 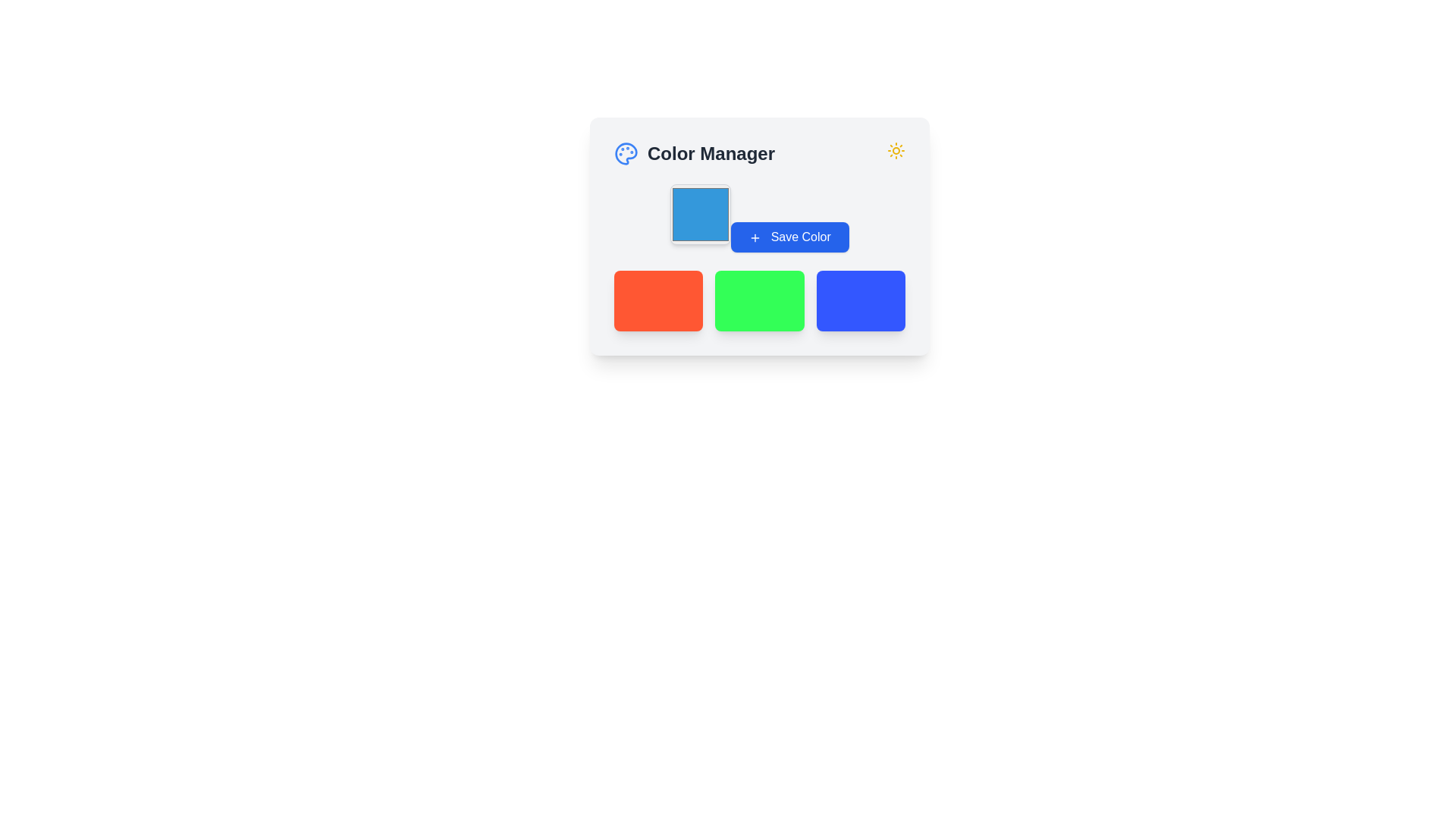 What do you see at coordinates (760, 301) in the screenshot?
I see `the color palette section in the 'Color Manager' interface` at bounding box center [760, 301].